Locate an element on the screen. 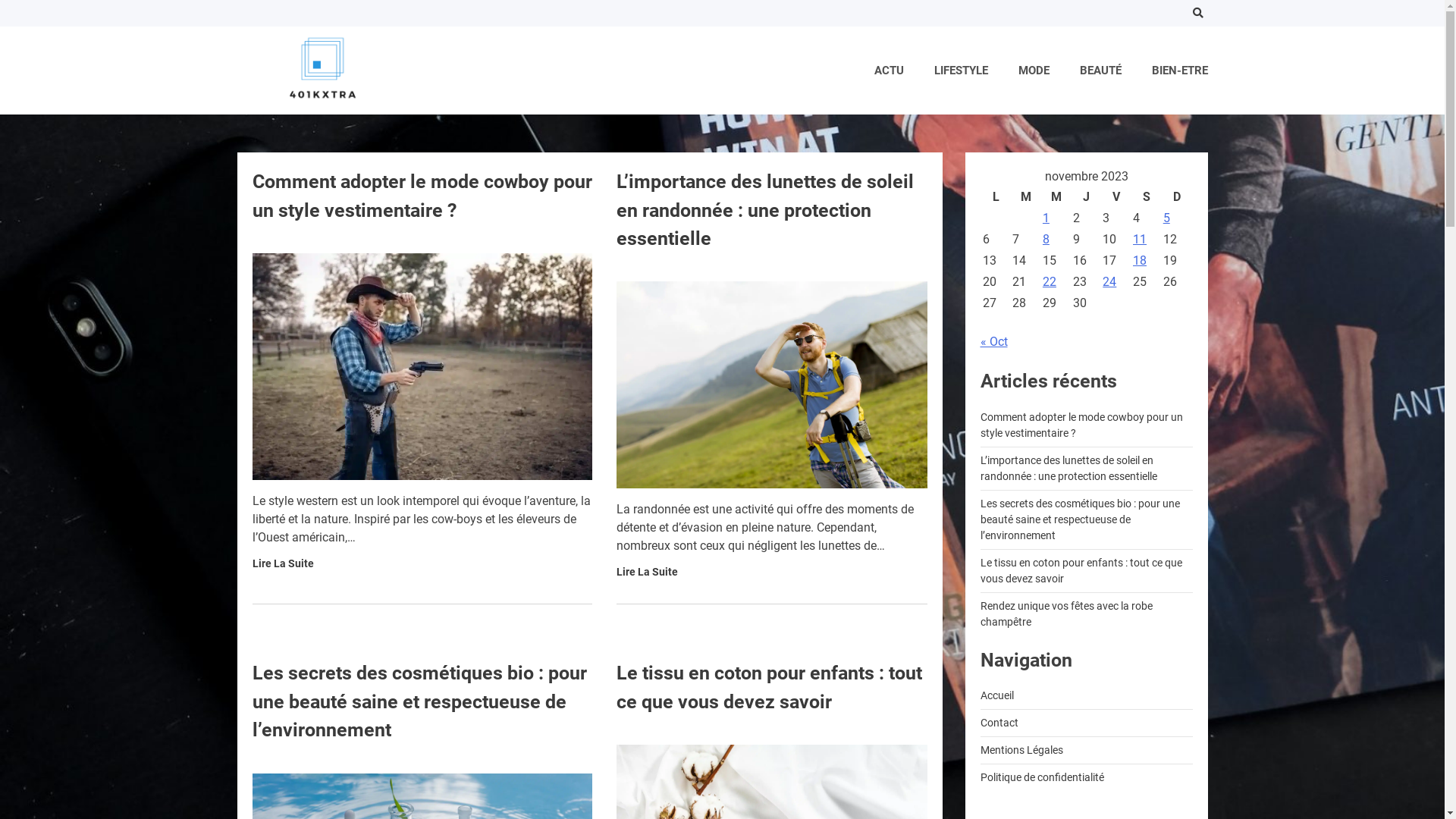 The image size is (1456, 819). '5' is located at coordinates (1163, 218).